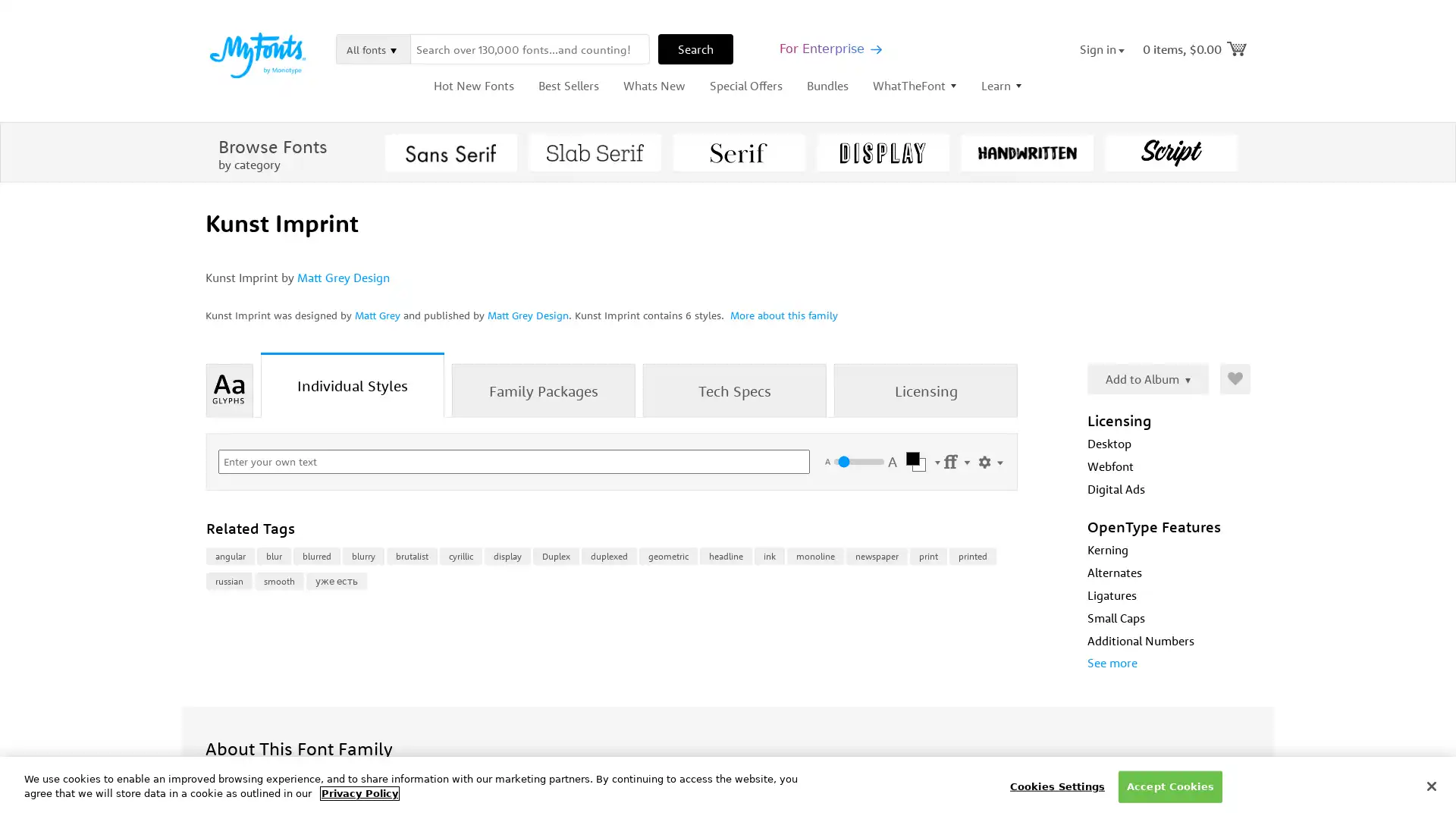 Image resolution: width=1456 pixels, height=819 pixels. Describe the element at coordinates (920, 461) in the screenshot. I see `Select Color` at that location.